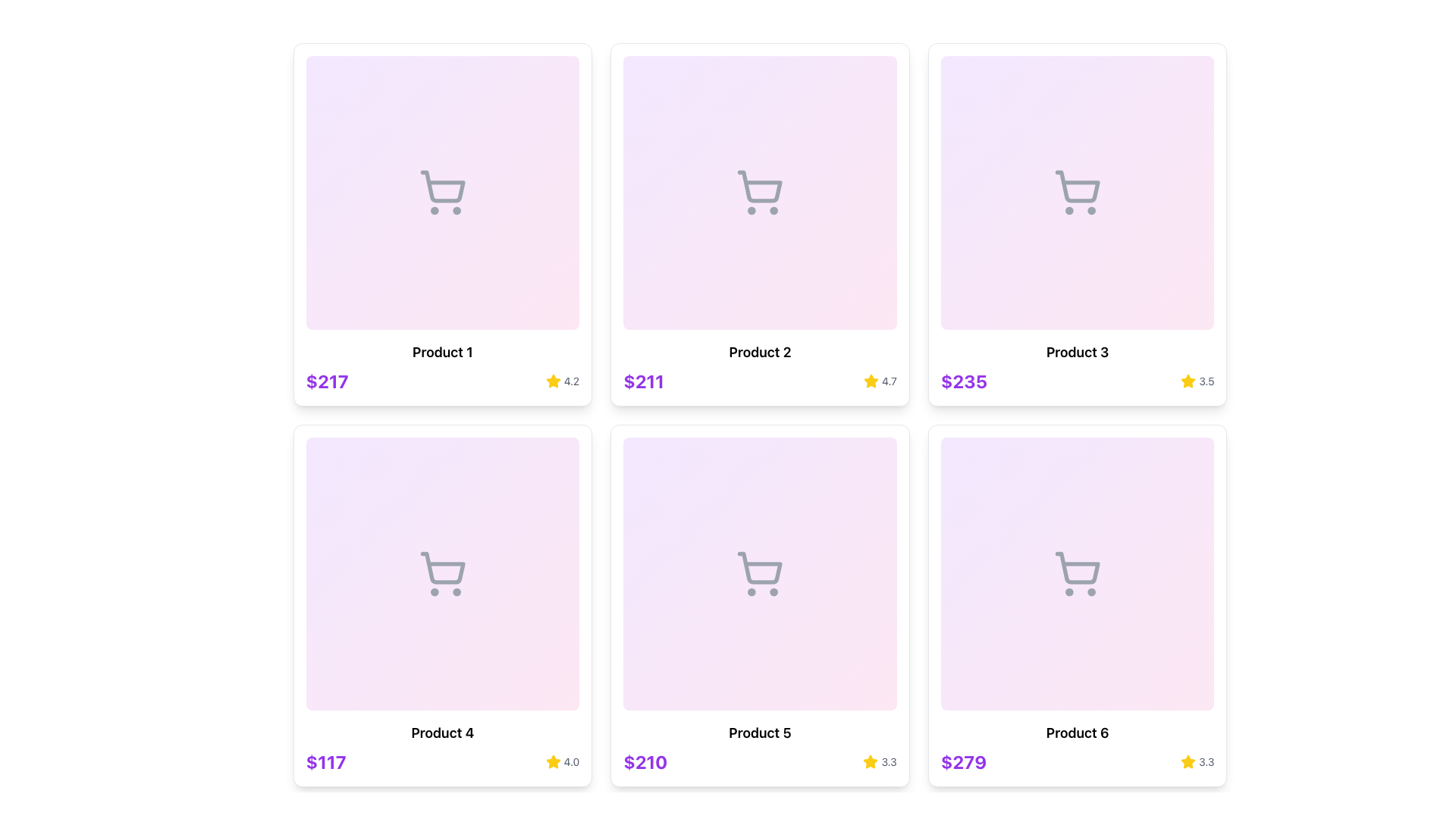 Image resolution: width=1456 pixels, height=819 pixels. Describe the element at coordinates (325, 762) in the screenshot. I see `the price label for 'Product 4', which is located at the bottom-left corner inside the product card` at that location.